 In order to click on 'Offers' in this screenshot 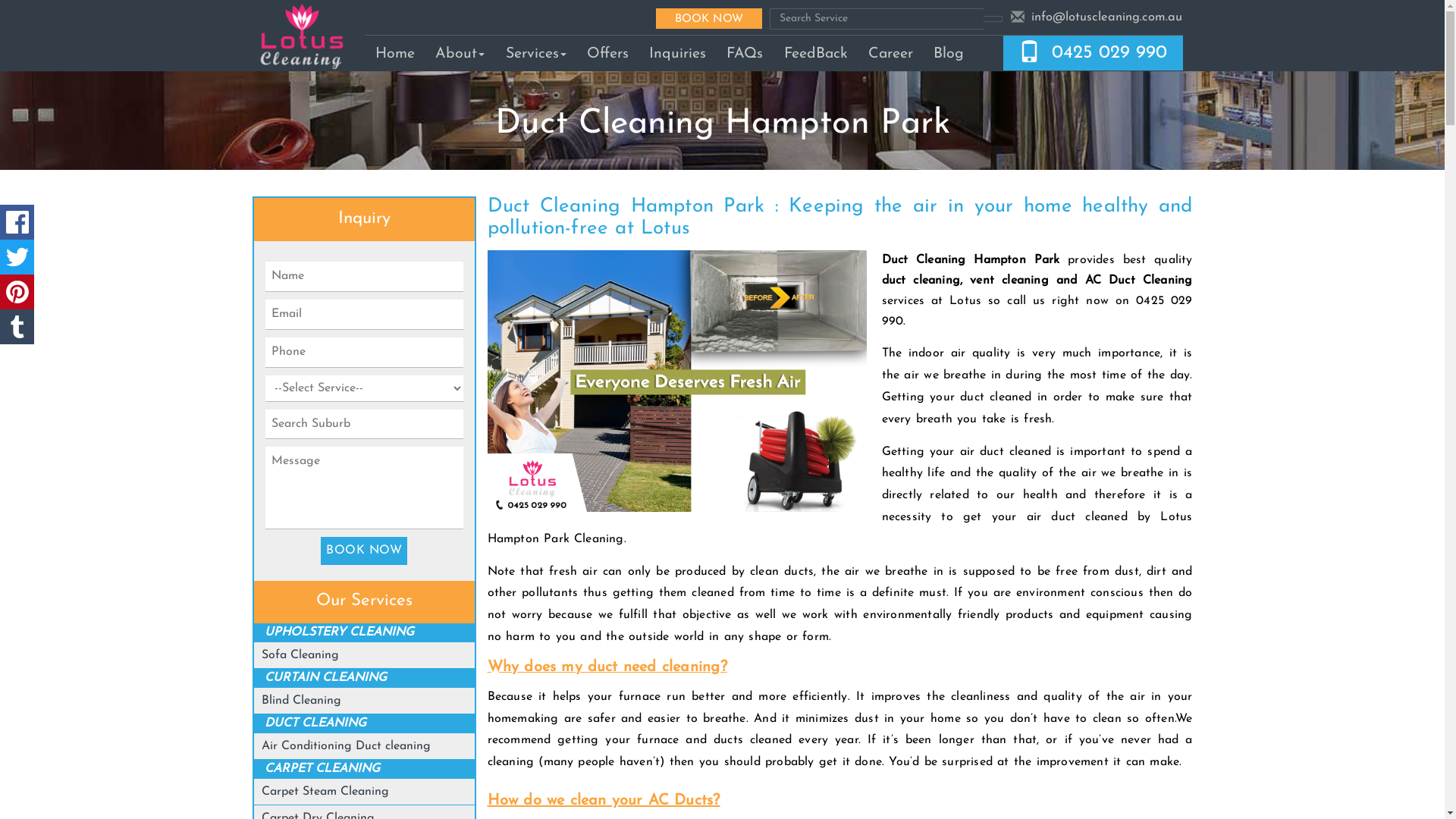, I will do `click(607, 52)`.